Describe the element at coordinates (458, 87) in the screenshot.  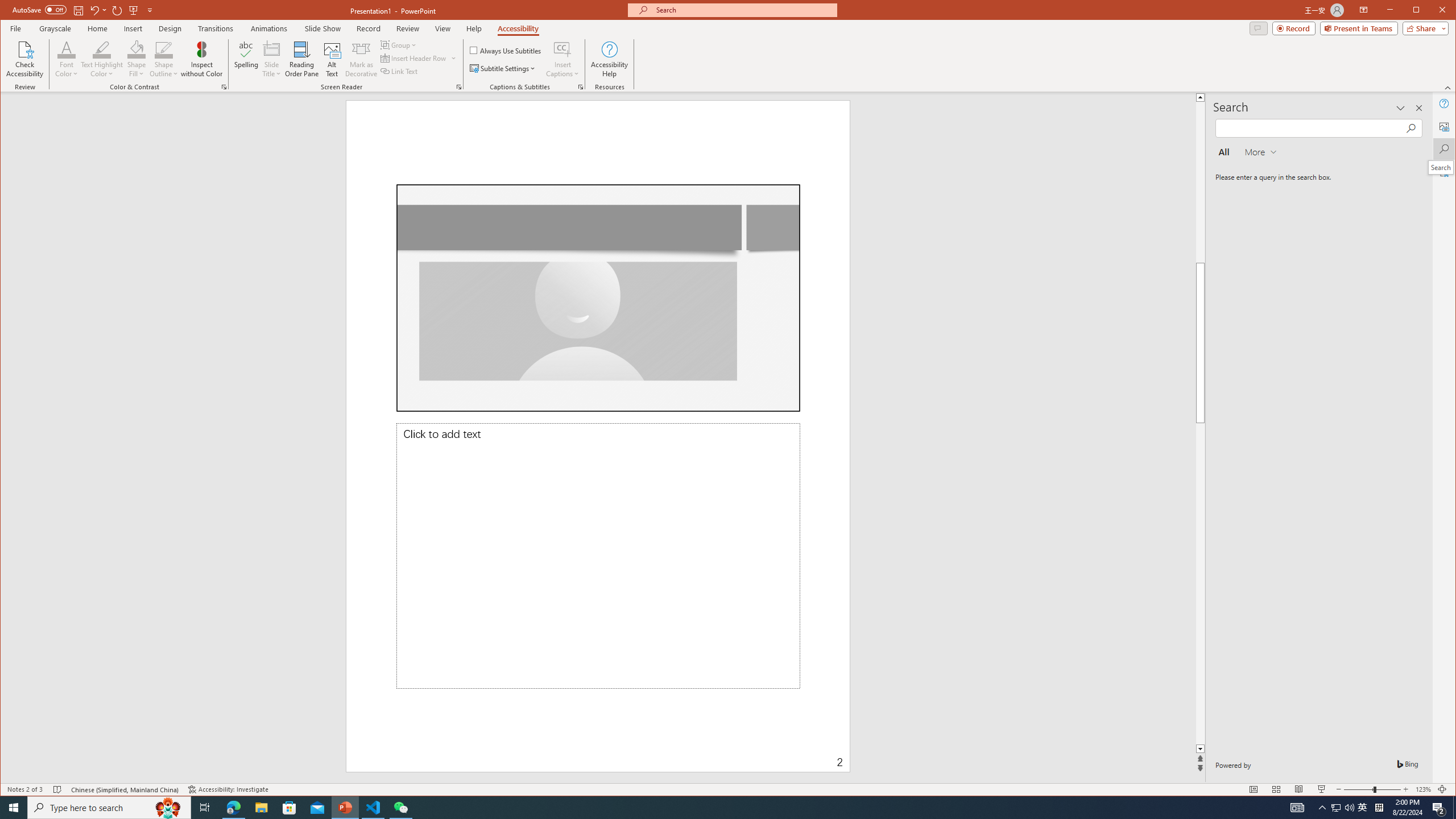
I see `'Screen Reader'` at that location.